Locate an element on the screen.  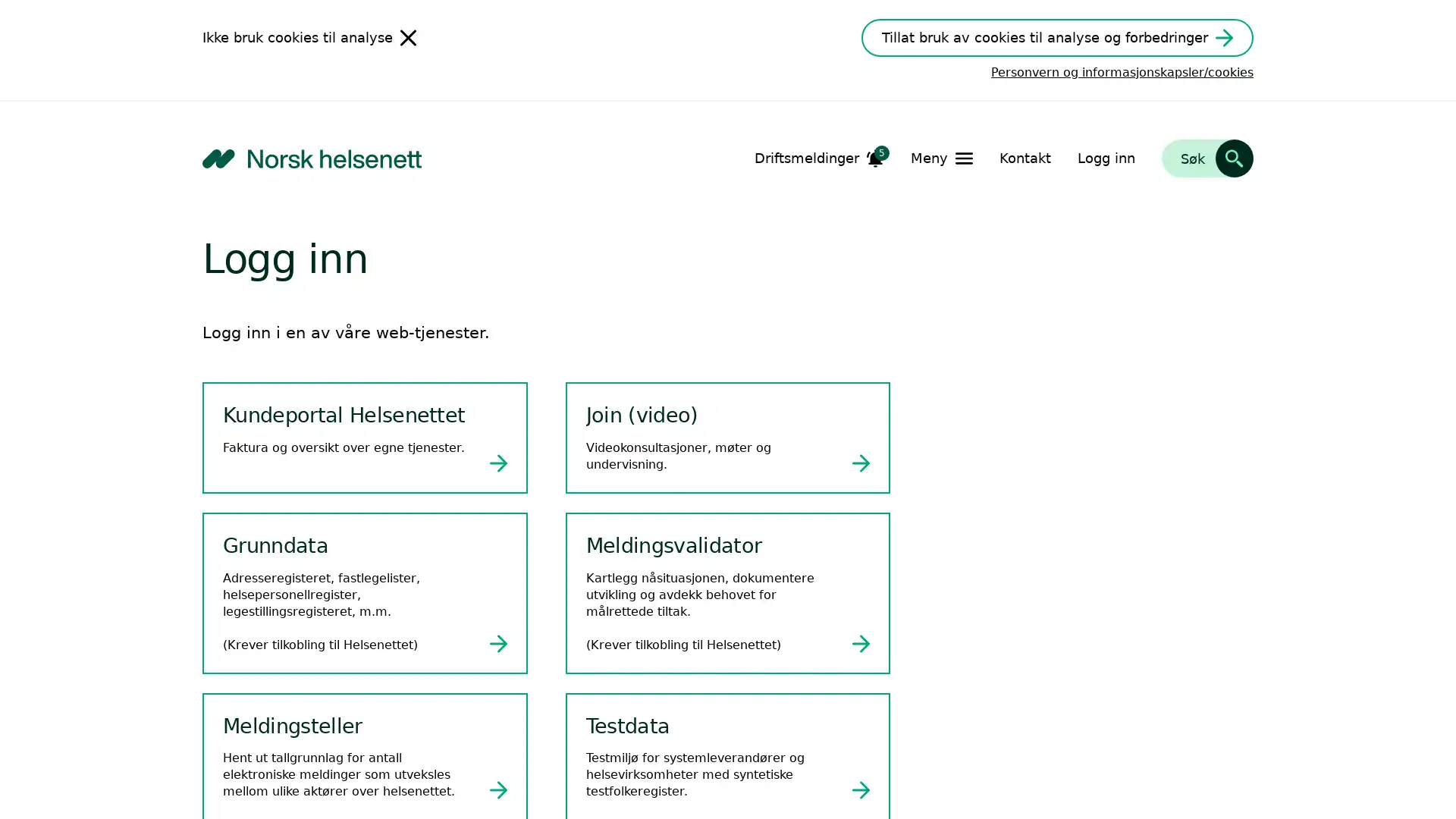
Sk is located at coordinates (1234, 158).